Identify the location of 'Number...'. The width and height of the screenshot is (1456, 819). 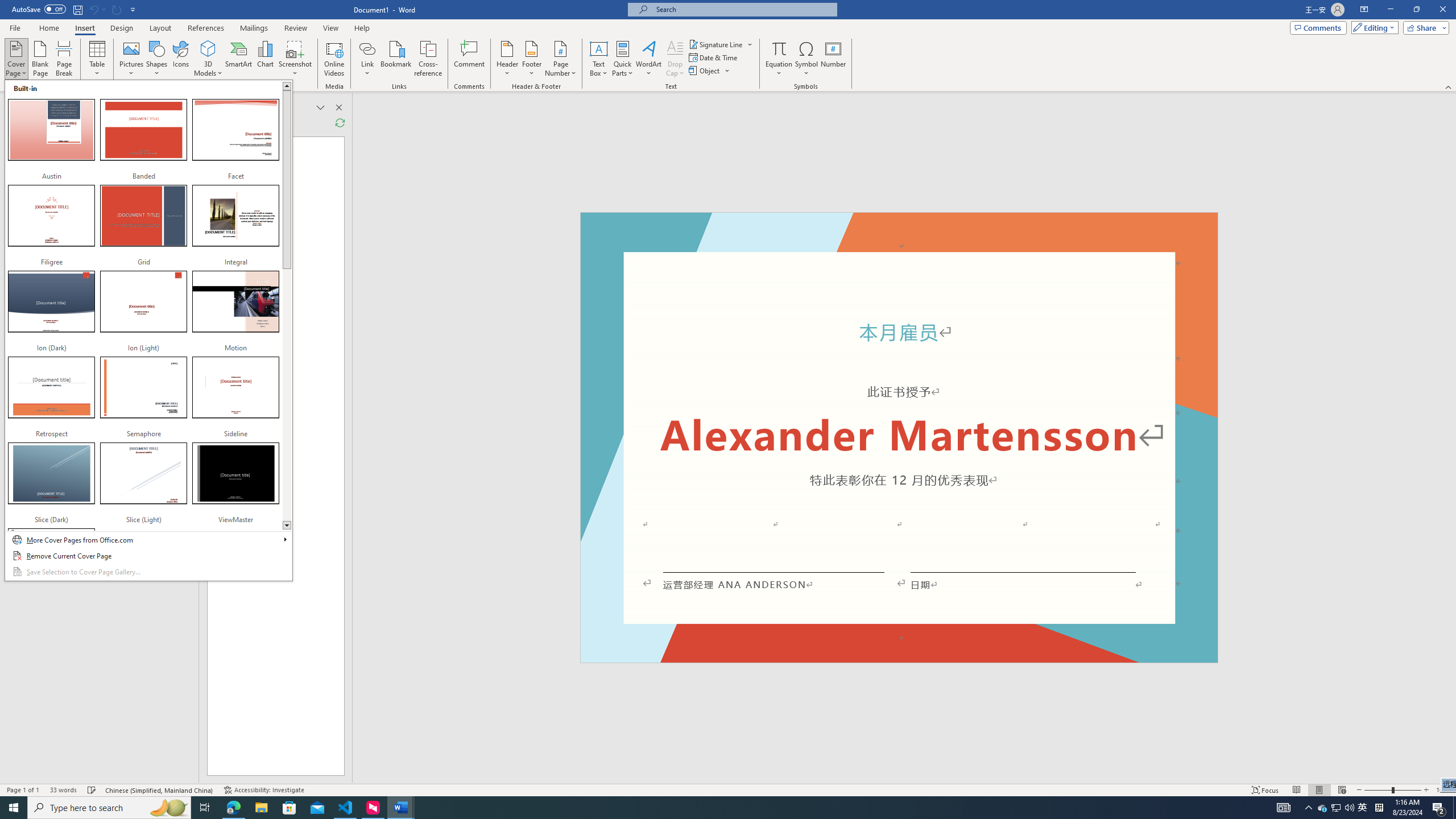
(833, 59).